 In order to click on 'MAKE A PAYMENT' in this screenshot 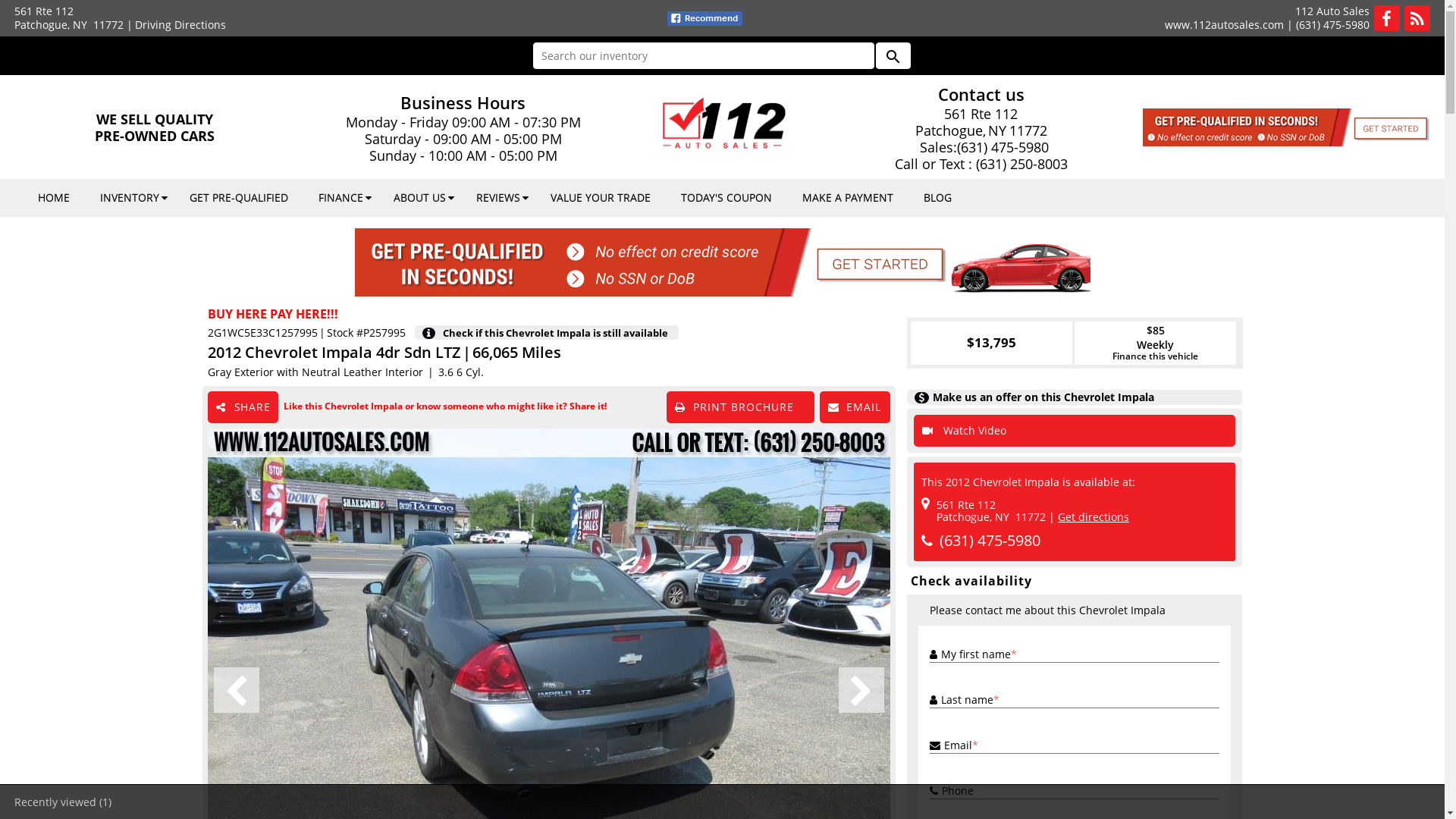, I will do `click(847, 197)`.